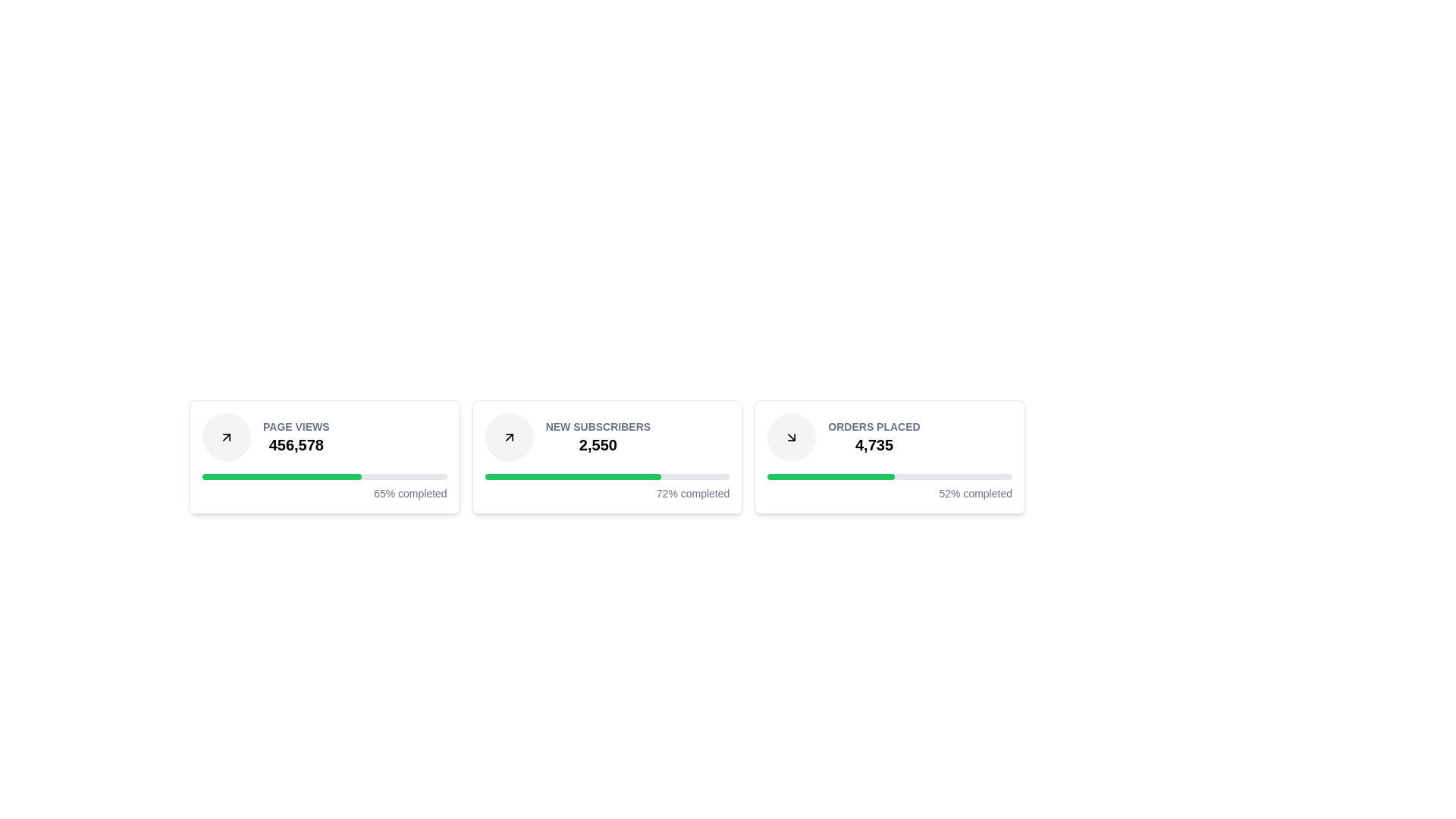  I want to click on the text display element that shows the count of new subscribers, located directly below the 'New Subscribers' label in the center panel of the card, so click(597, 444).